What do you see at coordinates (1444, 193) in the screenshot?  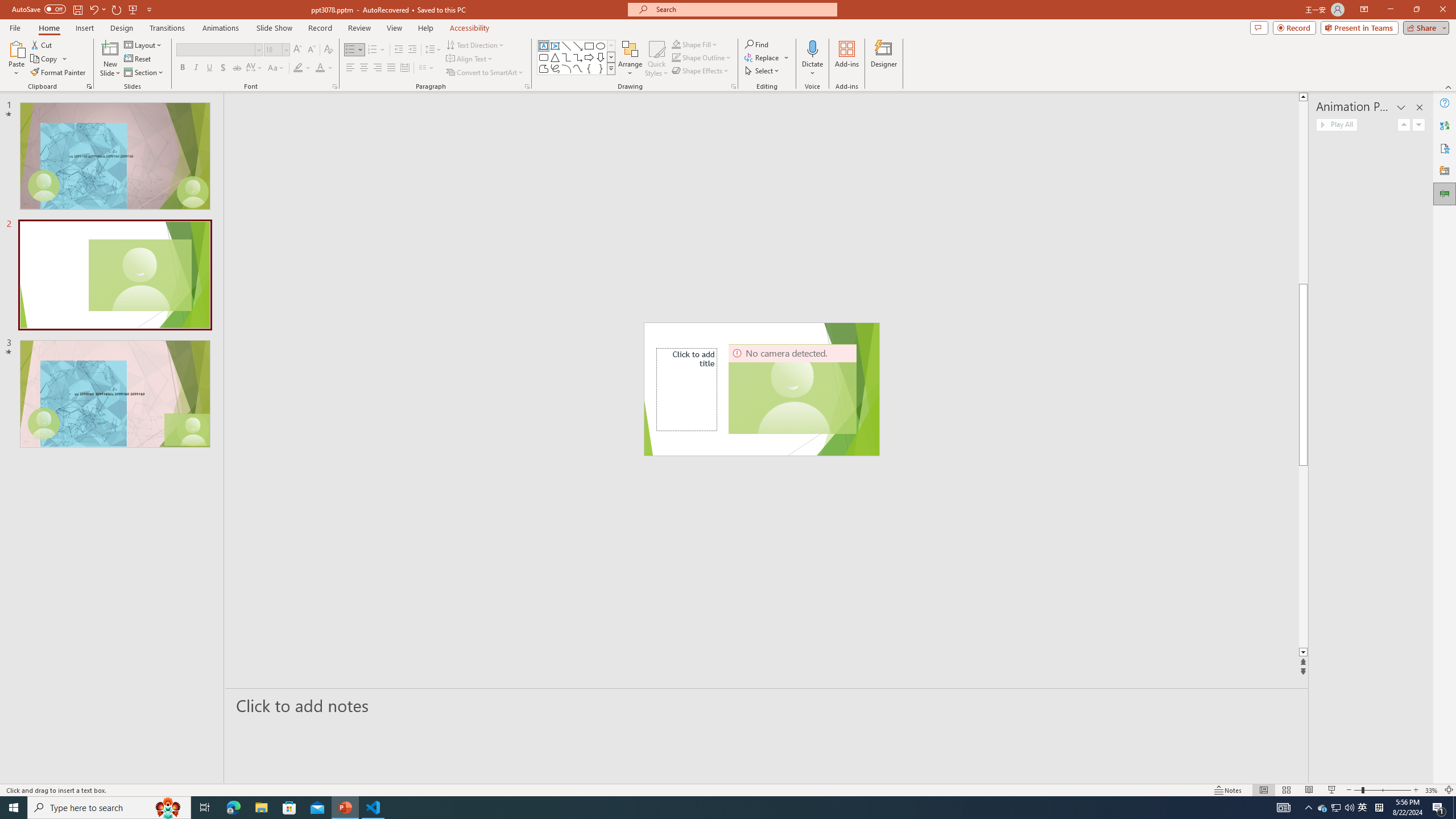 I see `'Animation Pane'` at bounding box center [1444, 193].